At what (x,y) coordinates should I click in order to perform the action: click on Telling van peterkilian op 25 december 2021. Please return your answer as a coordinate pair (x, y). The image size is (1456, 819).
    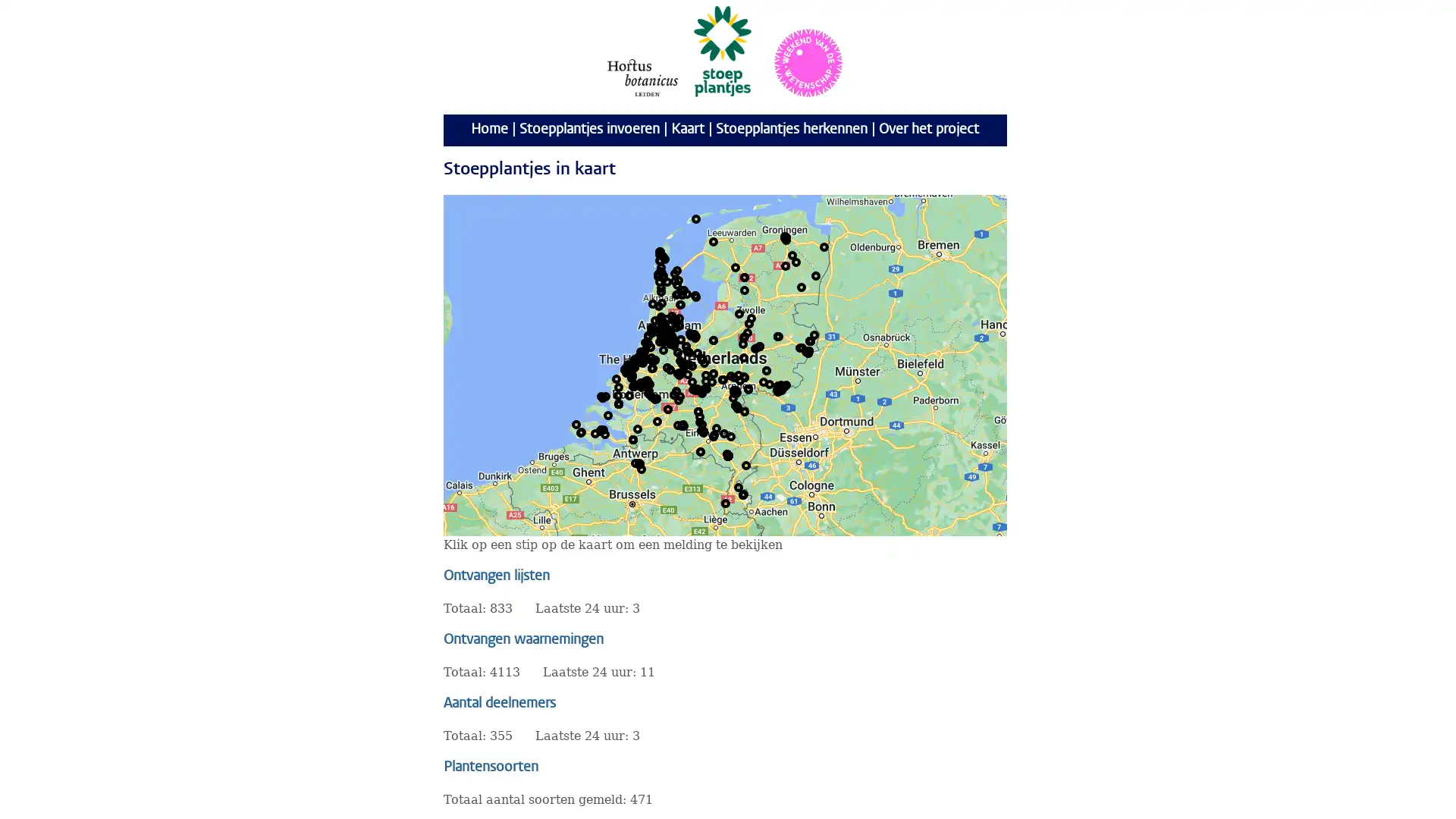
    Looking at the image, I should click on (676, 391).